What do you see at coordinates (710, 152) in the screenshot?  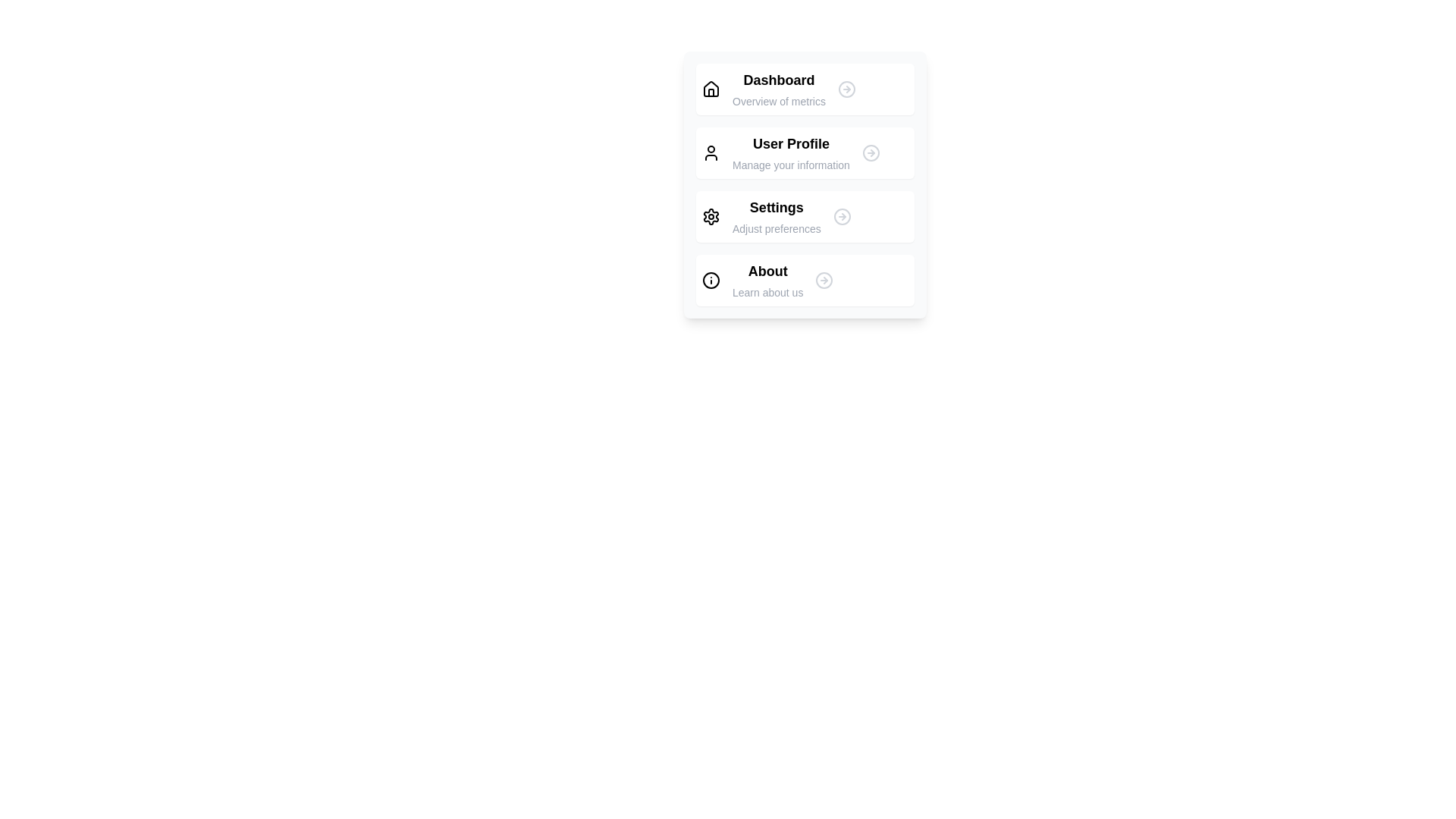 I see `the styled outline icon representing a user, located in the 'User Profile' section, which is the first icon in a vertical list of options` at bounding box center [710, 152].